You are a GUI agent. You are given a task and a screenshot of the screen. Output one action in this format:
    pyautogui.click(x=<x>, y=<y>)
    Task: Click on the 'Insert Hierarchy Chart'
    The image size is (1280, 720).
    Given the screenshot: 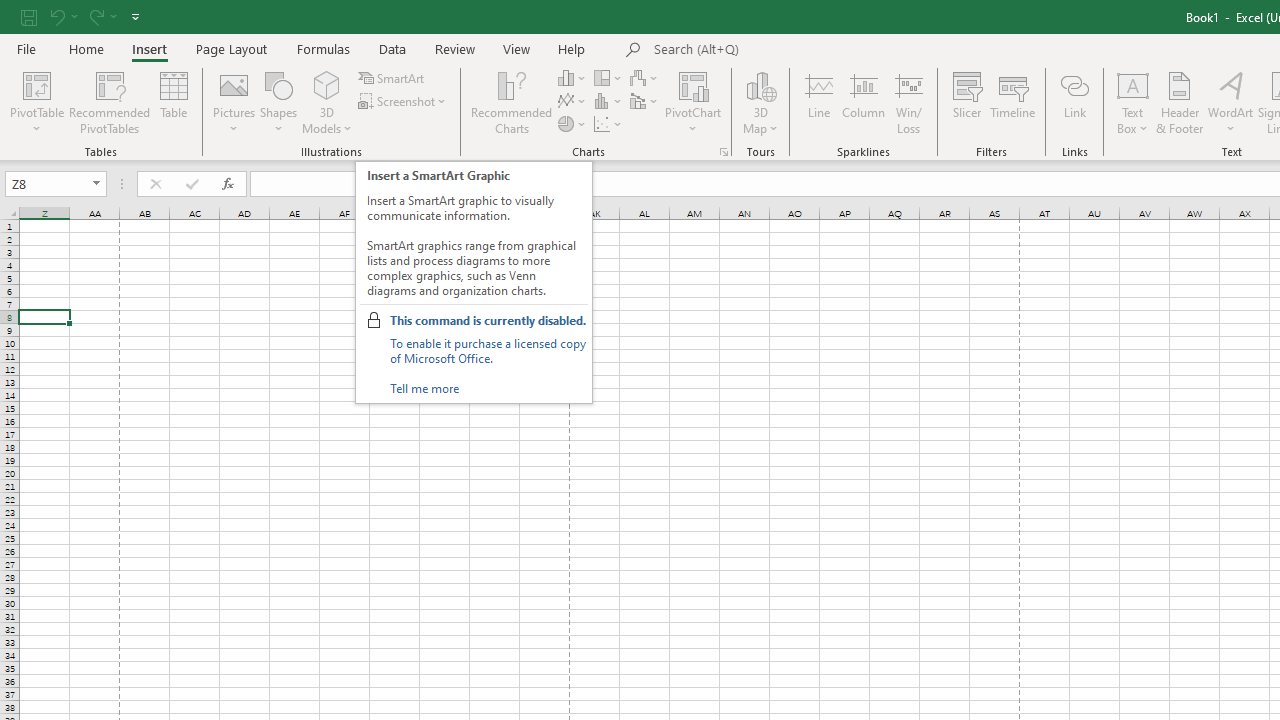 What is the action you would take?
    pyautogui.click(x=608, y=77)
    